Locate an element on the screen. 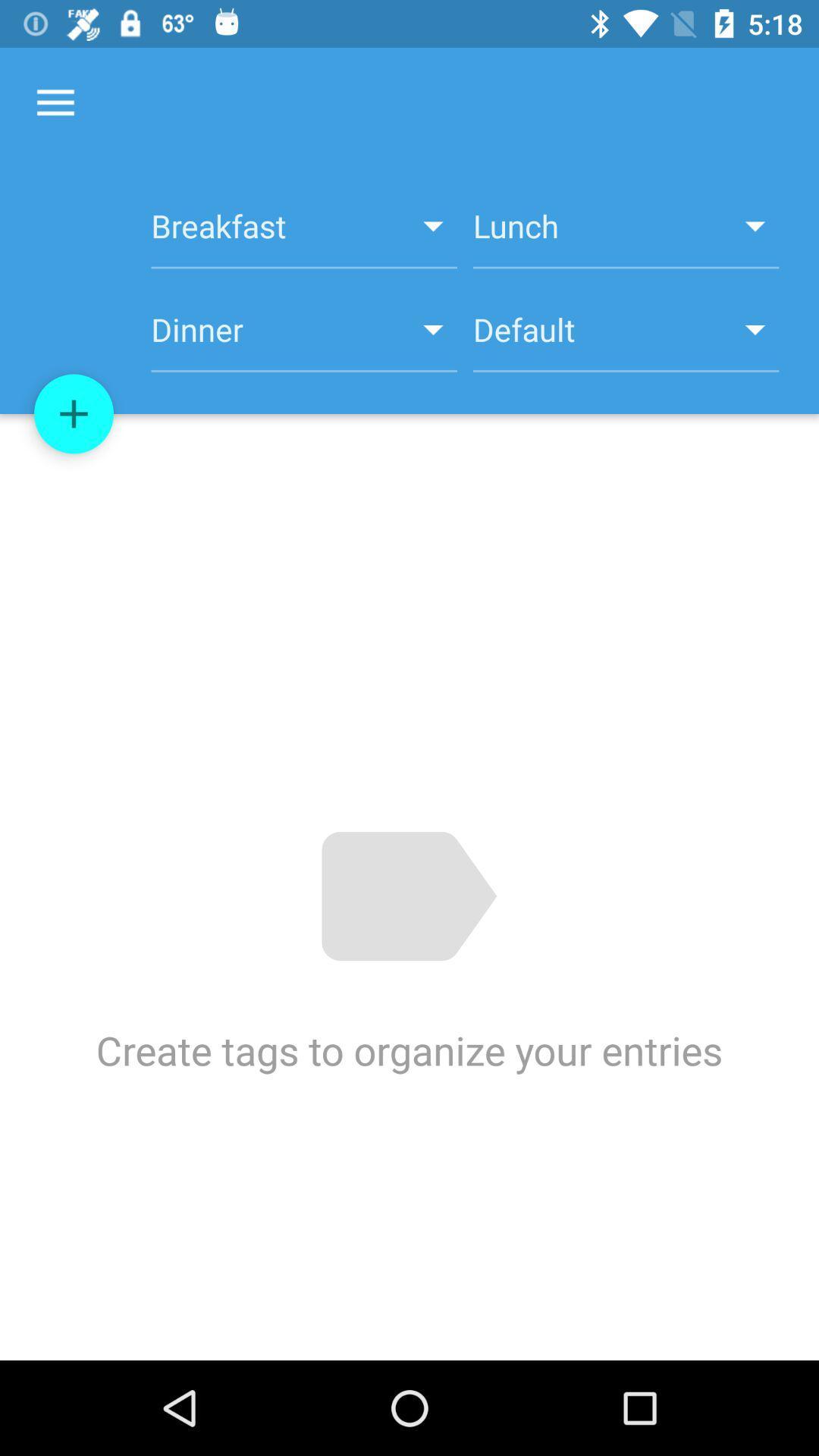 Image resolution: width=819 pixels, height=1456 pixels. item next to default icon is located at coordinates (304, 337).